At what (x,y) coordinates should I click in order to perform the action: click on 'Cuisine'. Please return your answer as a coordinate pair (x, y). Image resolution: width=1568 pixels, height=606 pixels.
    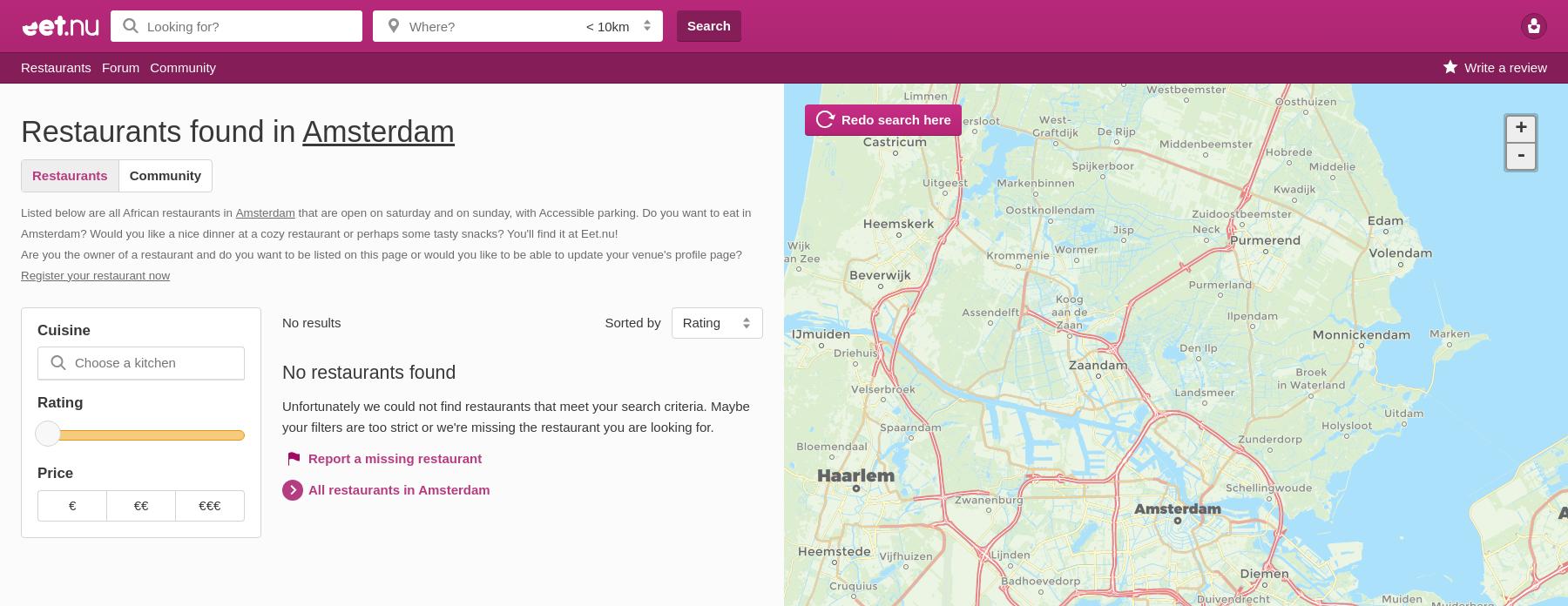
    Looking at the image, I should click on (63, 329).